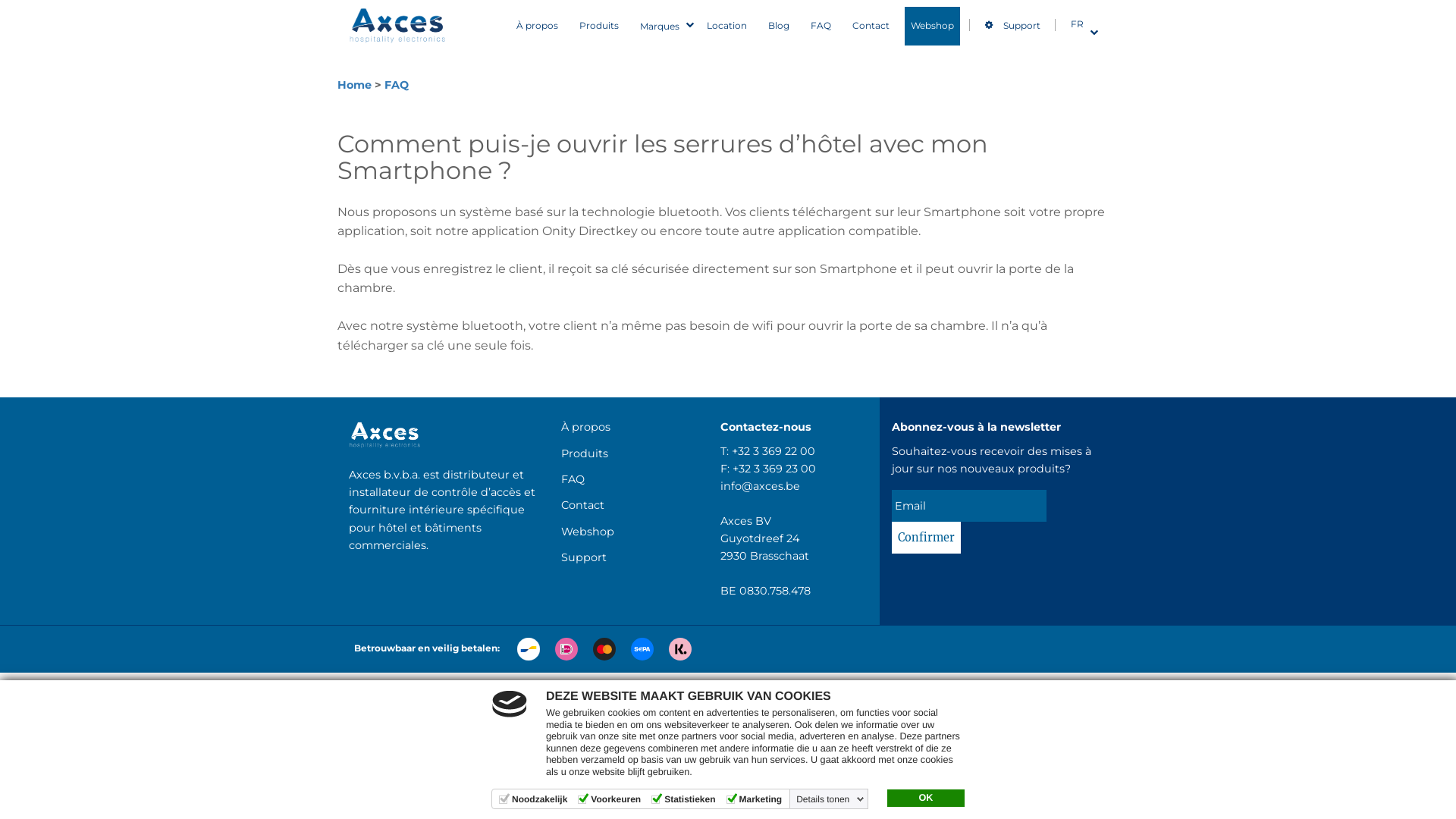 The image size is (1456, 819). What do you see at coordinates (397, 26) in the screenshot?
I see `'Axces'` at bounding box center [397, 26].